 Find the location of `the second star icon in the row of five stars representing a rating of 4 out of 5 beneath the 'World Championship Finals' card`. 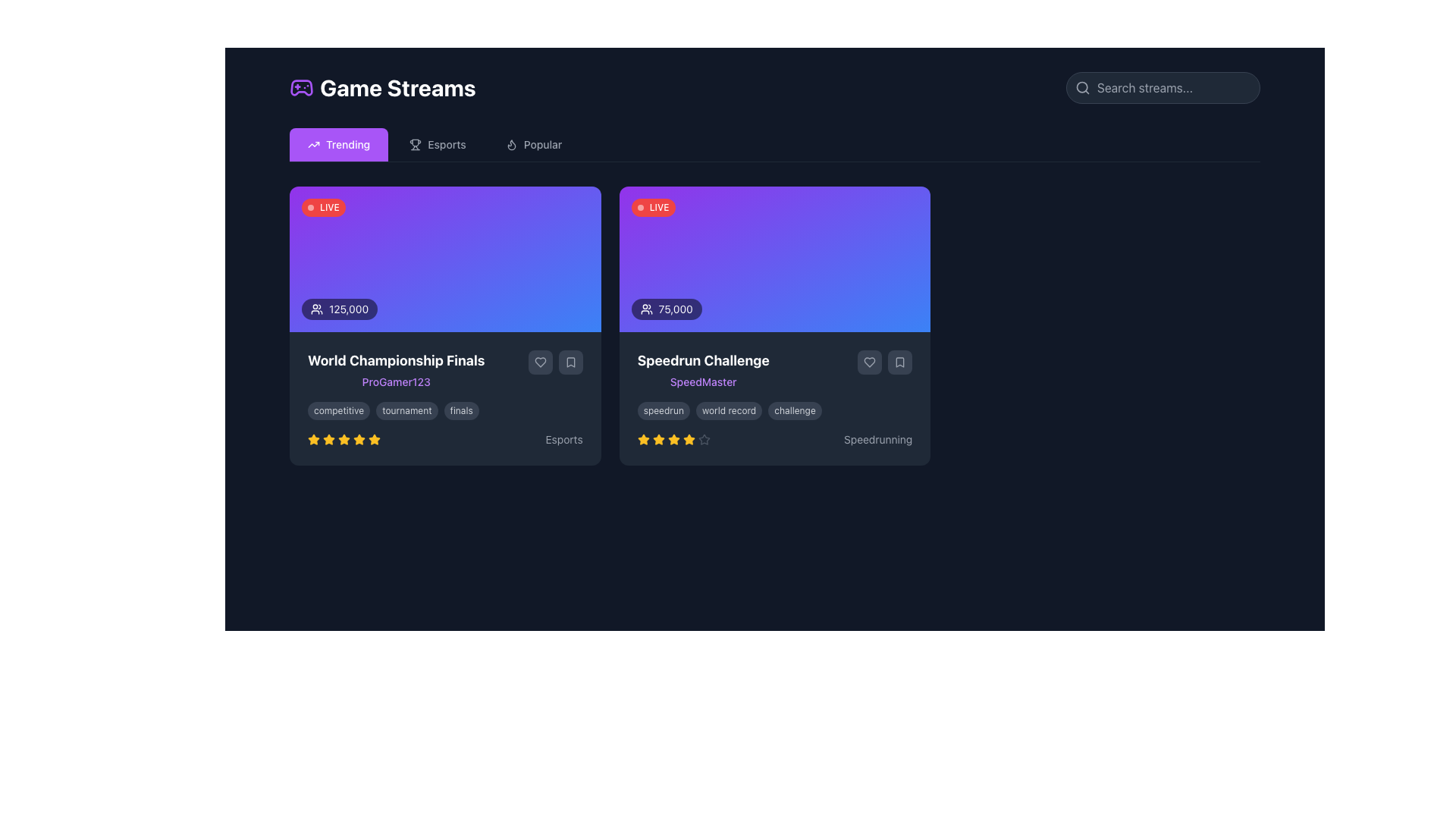

the second star icon in the row of five stars representing a rating of 4 out of 5 beneath the 'World Championship Finals' card is located at coordinates (359, 439).